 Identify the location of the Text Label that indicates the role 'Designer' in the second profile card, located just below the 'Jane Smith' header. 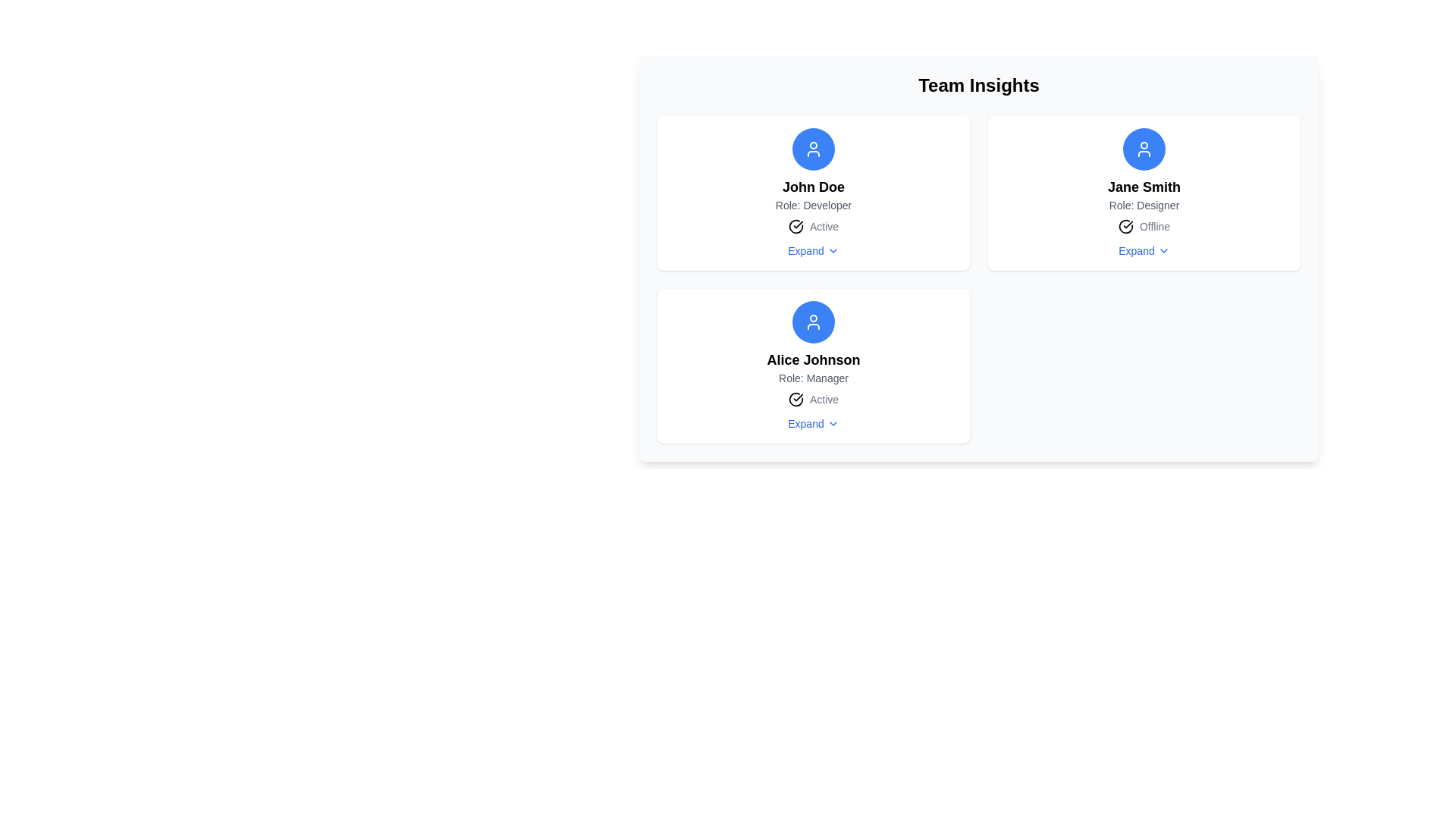
(1144, 205).